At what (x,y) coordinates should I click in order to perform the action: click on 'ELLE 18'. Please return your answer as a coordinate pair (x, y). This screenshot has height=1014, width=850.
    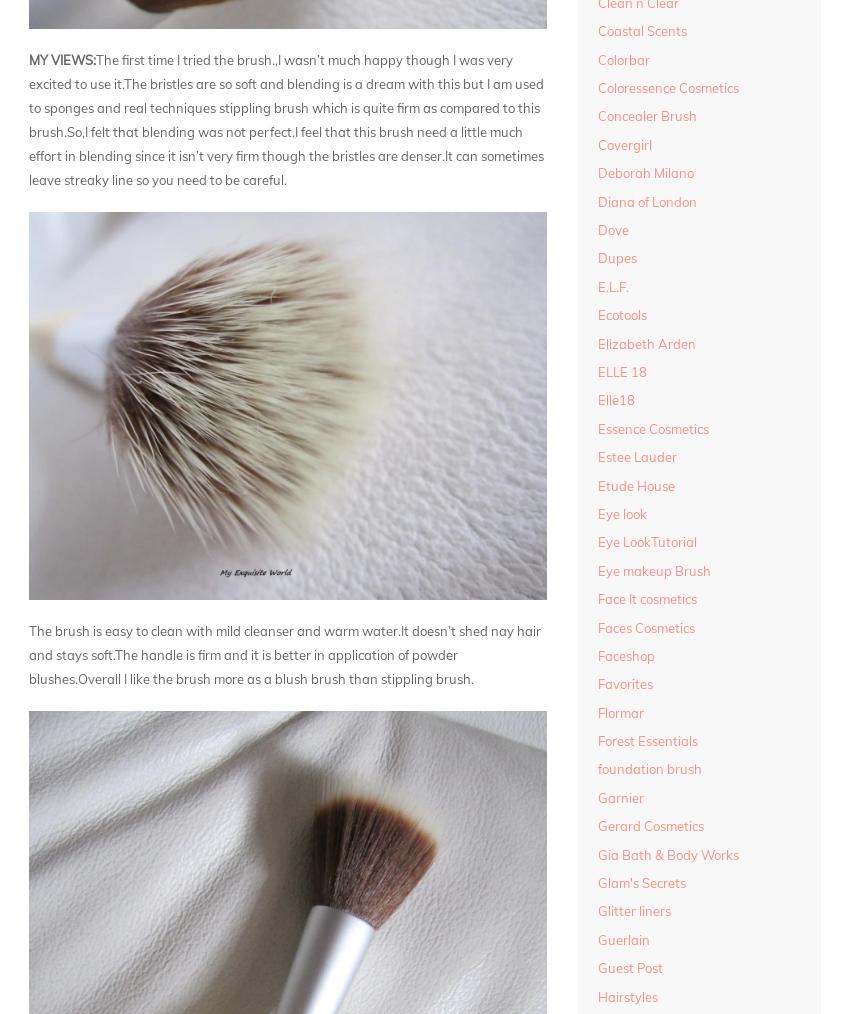
    Looking at the image, I should click on (596, 371).